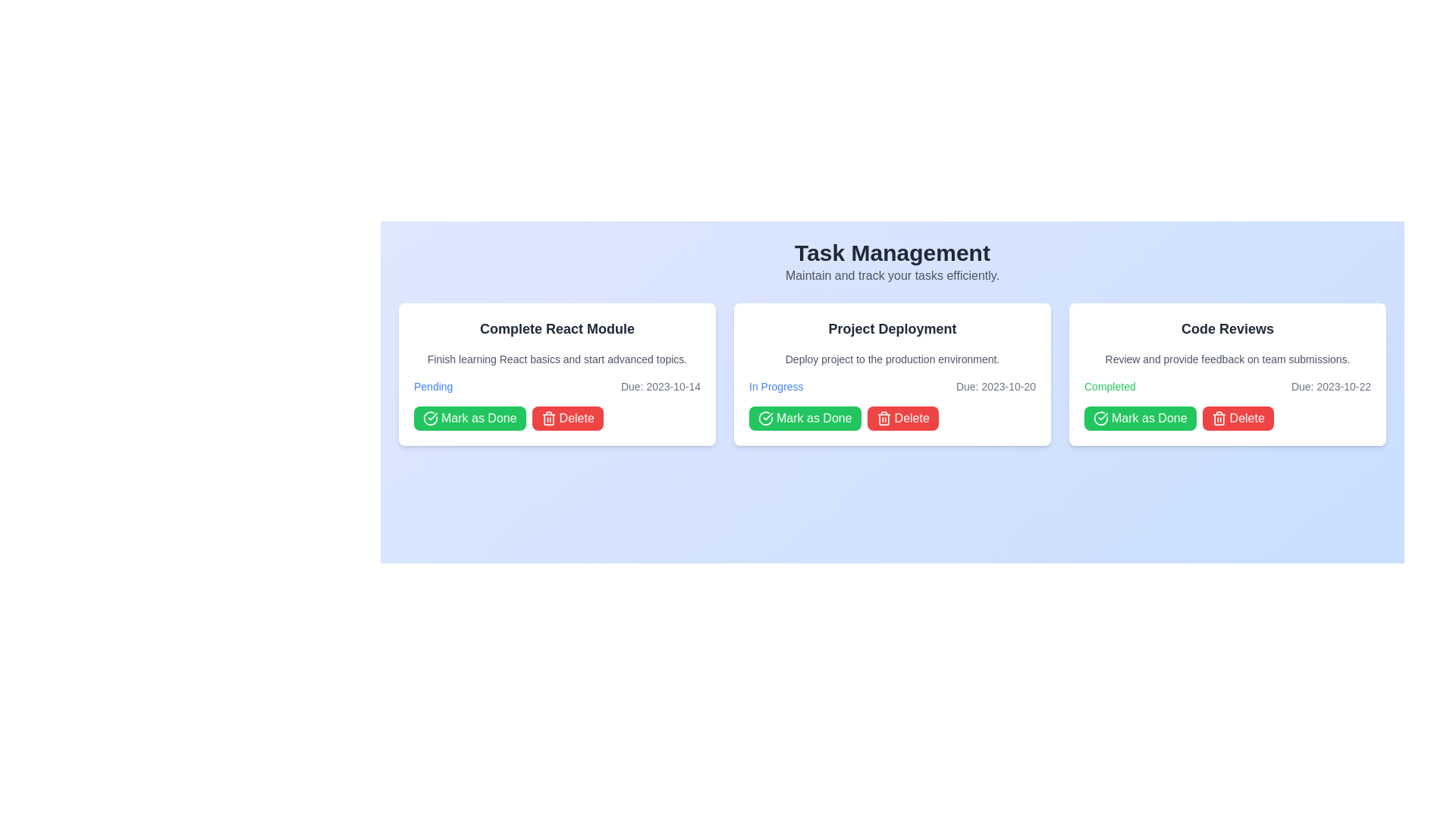 The height and width of the screenshot is (819, 1456). What do you see at coordinates (1247, 418) in the screenshot?
I see `the 'Delete' text label within the button` at bounding box center [1247, 418].